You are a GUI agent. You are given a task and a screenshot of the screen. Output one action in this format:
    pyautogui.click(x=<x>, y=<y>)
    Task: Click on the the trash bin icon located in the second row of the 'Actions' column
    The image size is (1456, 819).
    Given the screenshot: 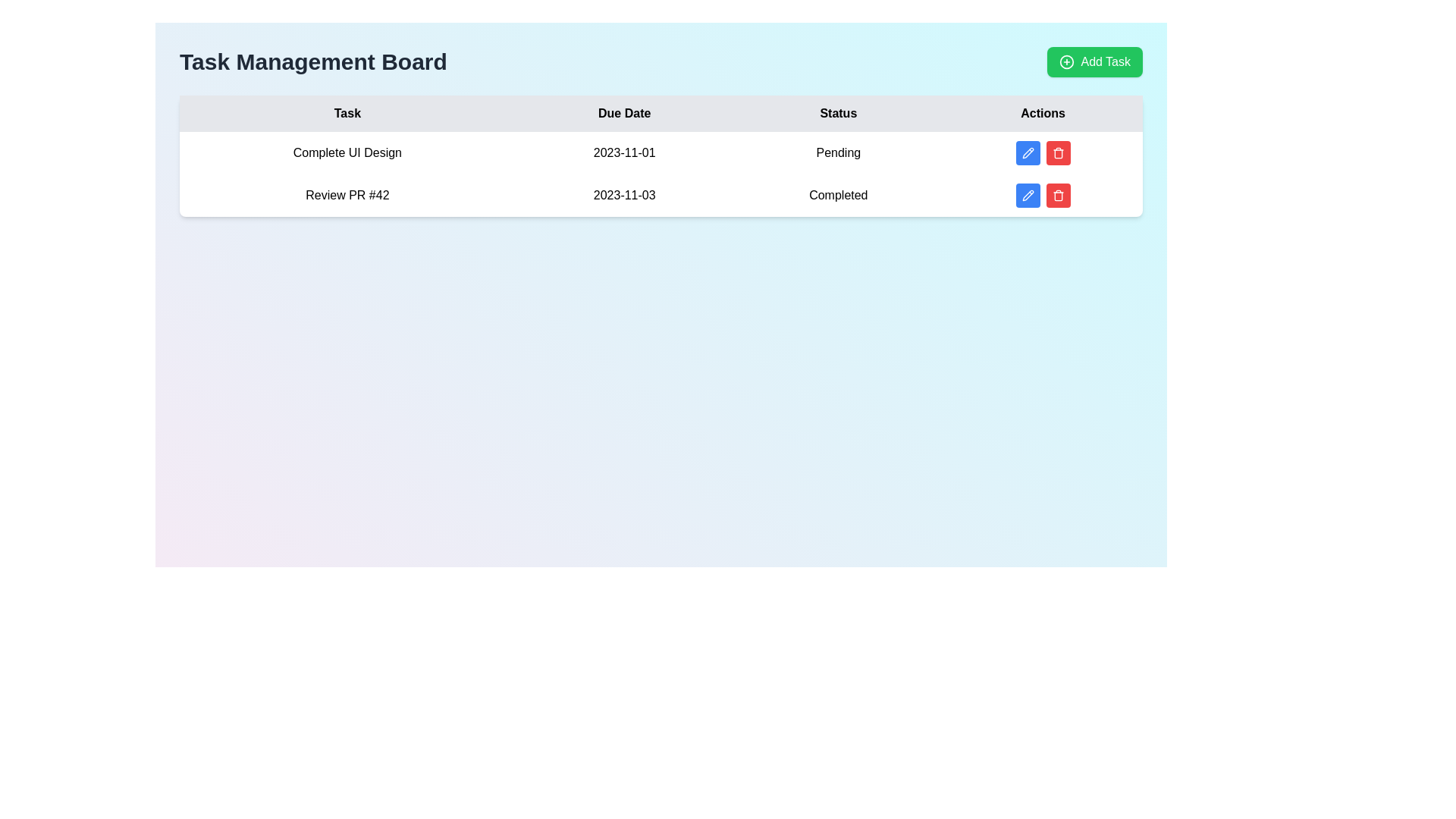 What is the action you would take?
    pyautogui.click(x=1057, y=154)
    